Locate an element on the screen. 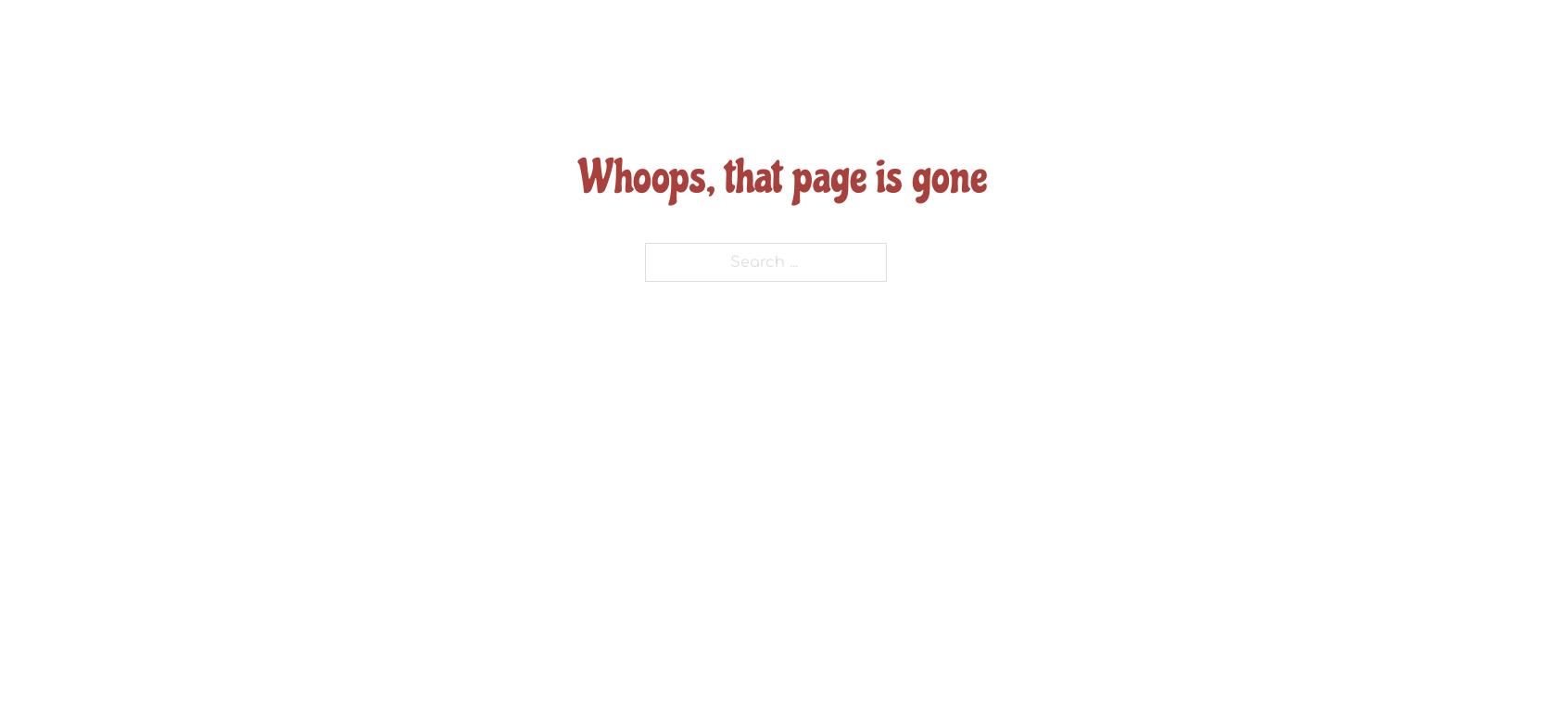 This screenshot has width=1568, height=712. 'Caring for Your Pup' is located at coordinates (882, 292).